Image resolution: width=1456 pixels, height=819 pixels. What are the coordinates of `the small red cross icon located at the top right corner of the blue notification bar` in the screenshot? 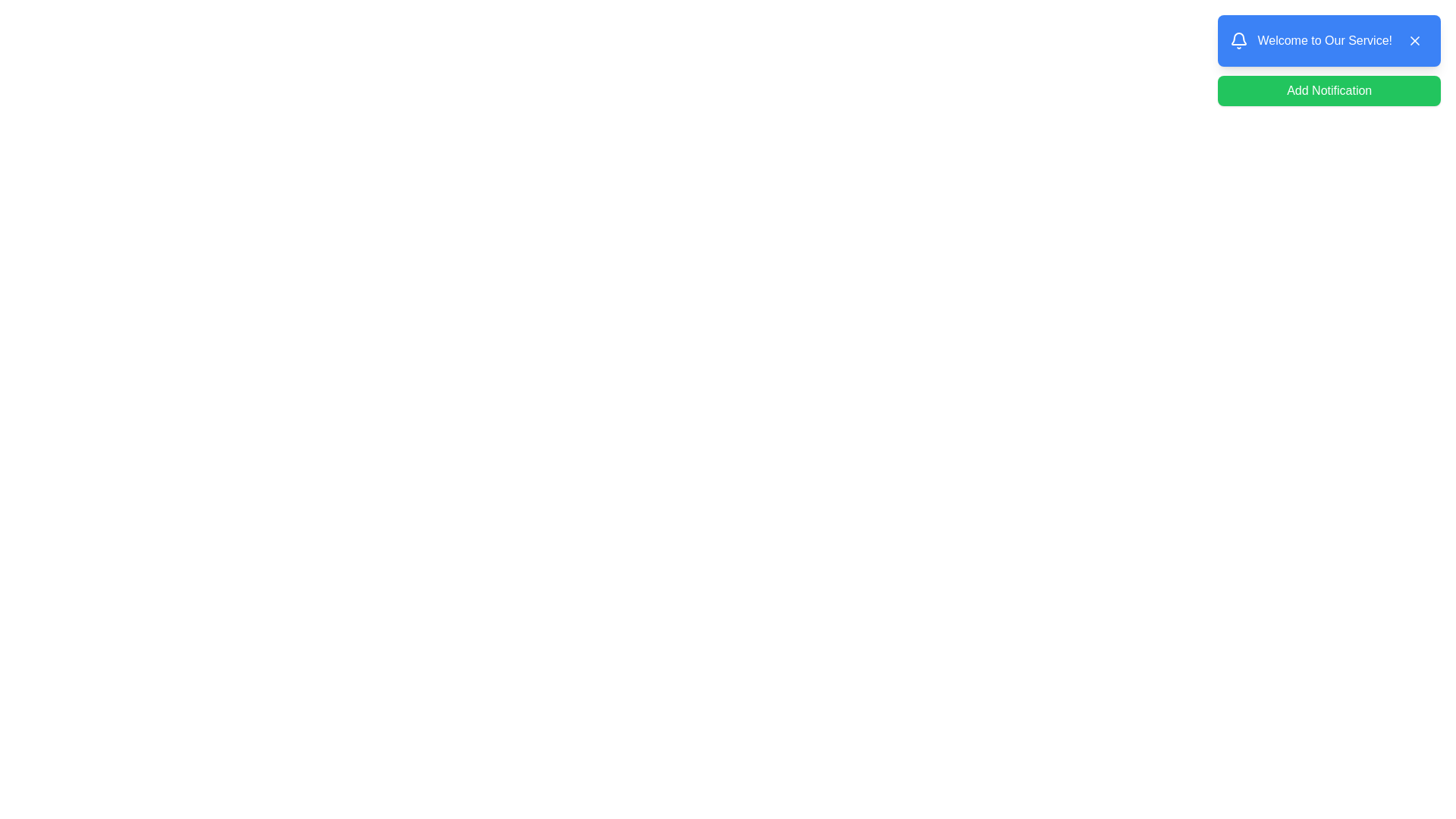 It's located at (1414, 40).